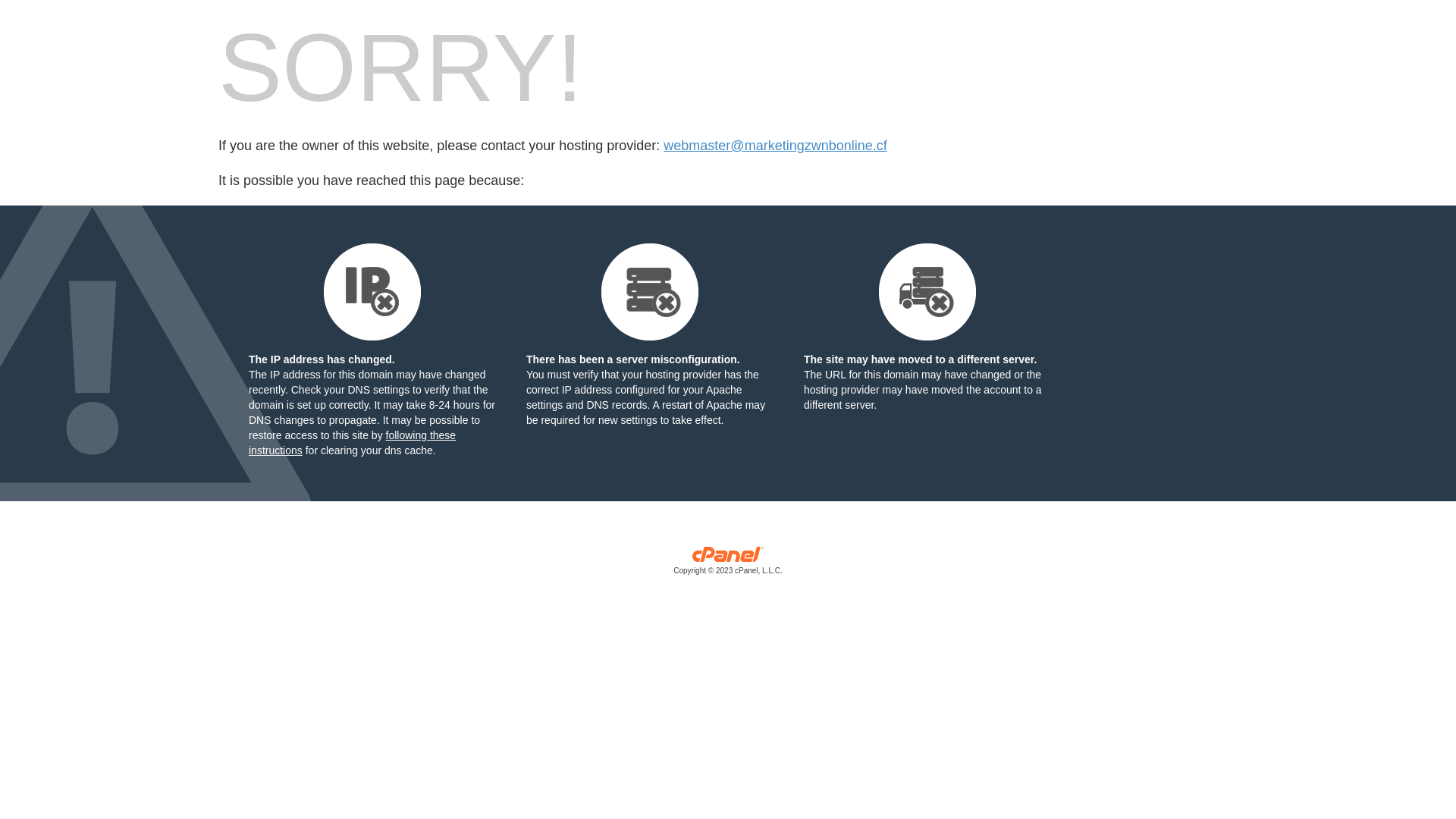 The width and height of the screenshot is (1456, 819). Describe the element at coordinates (775, 146) in the screenshot. I see `'webmaster@marketingzwnbonline.cf'` at that location.